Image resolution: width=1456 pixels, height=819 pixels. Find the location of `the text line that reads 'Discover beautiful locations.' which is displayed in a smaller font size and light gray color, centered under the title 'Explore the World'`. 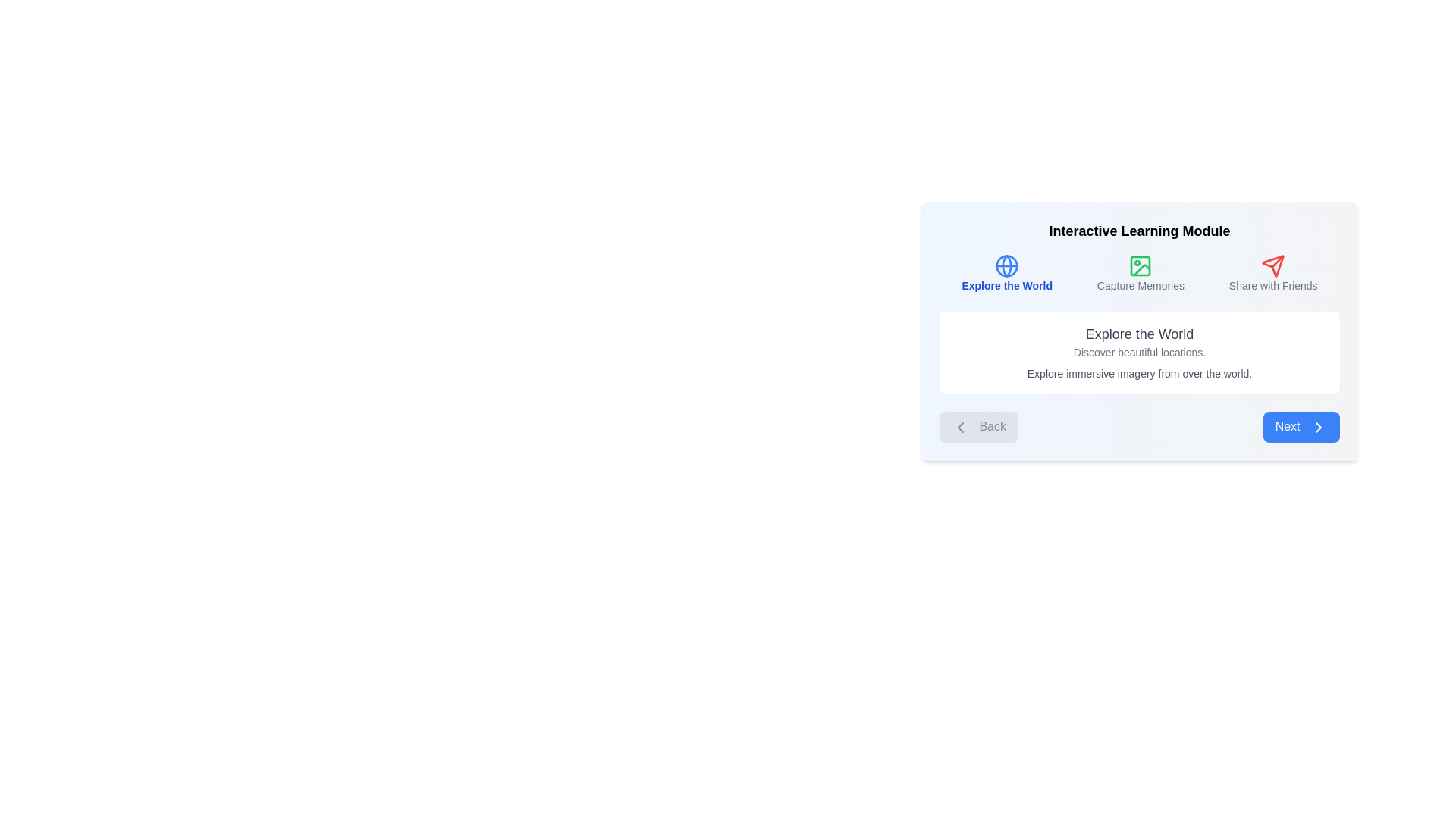

the text line that reads 'Discover beautiful locations.' which is displayed in a smaller font size and light gray color, centered under the title 'Explore the World' is located at coordinates (1139, 353).